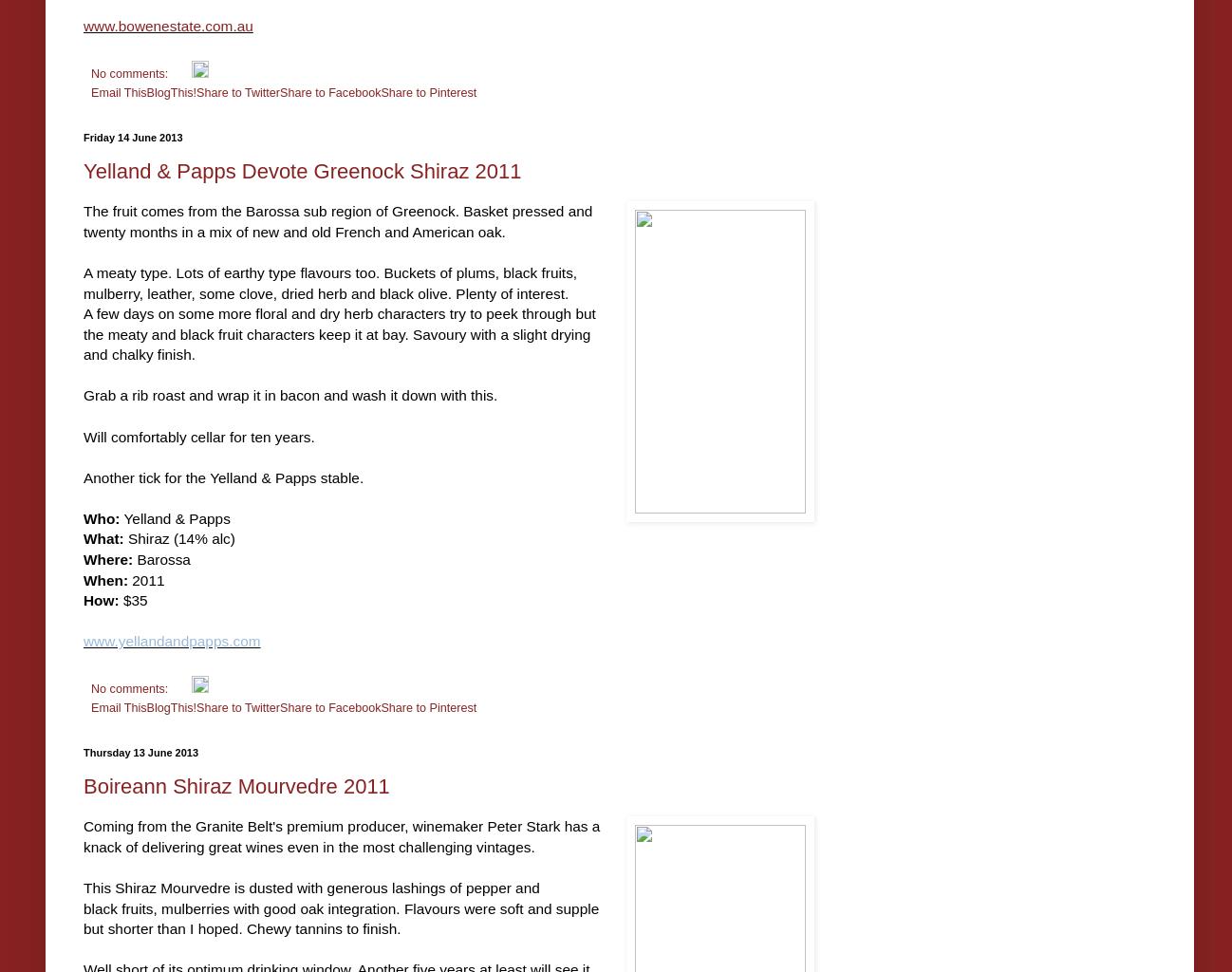  Describe the element at coordinates (235, 784) in the screenshot. I see `'Boireann Shiraz Mourvedre 2011'` at that location.